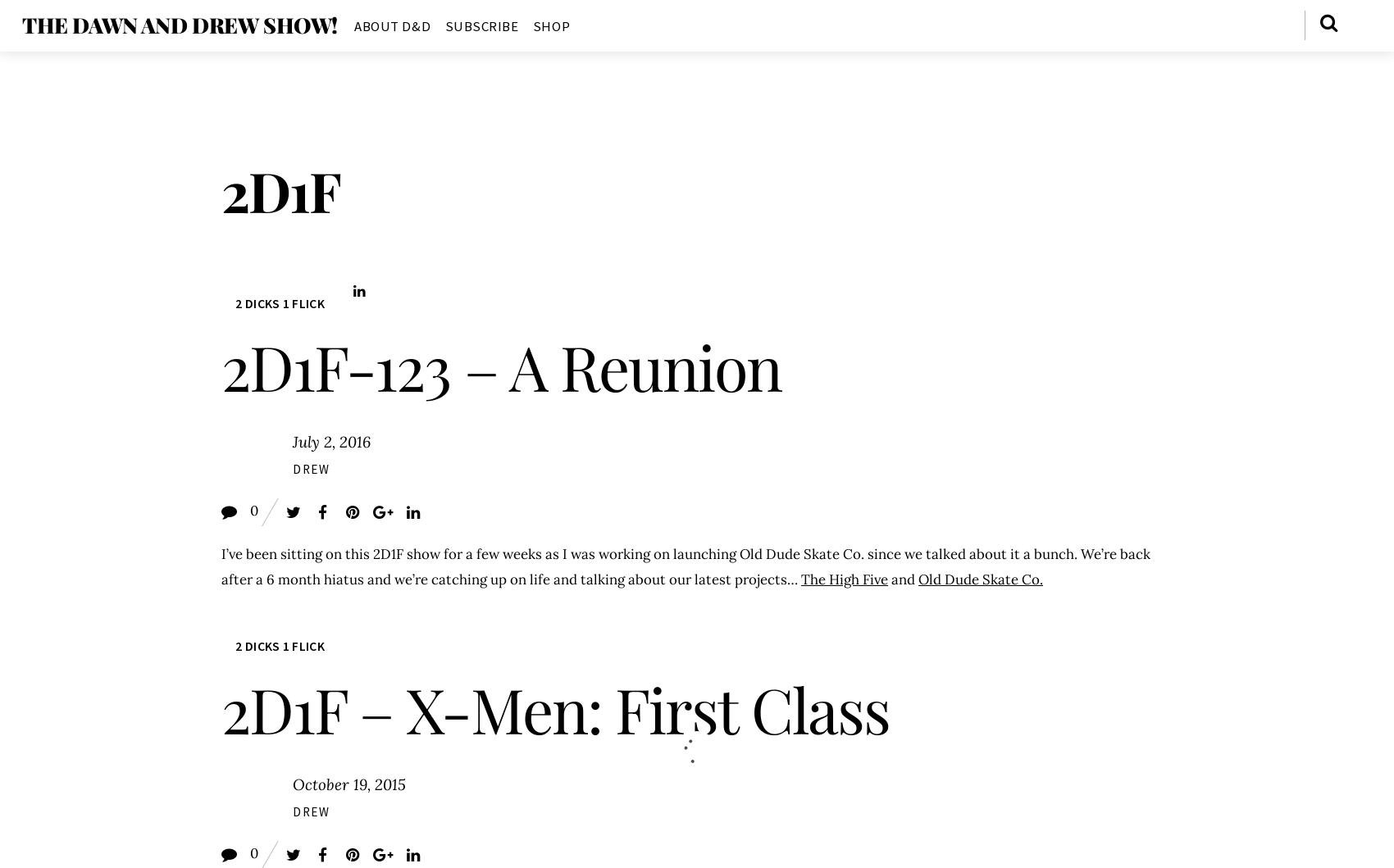 The height and width of the screenshot is (868, 1394). I want to click on 'Podcasting since 2004 bitches!', so click(116, 25).